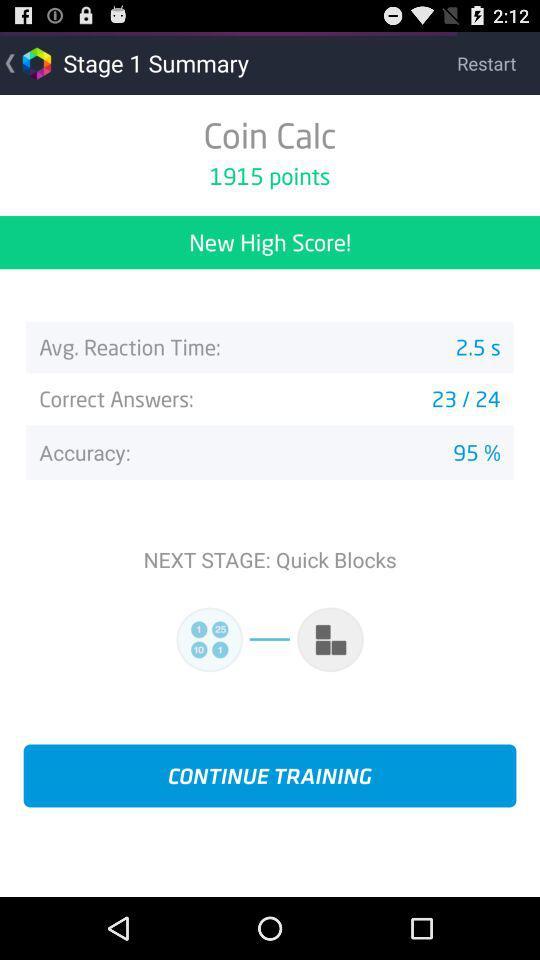  I want to click on restart icon, so click(497, 62).